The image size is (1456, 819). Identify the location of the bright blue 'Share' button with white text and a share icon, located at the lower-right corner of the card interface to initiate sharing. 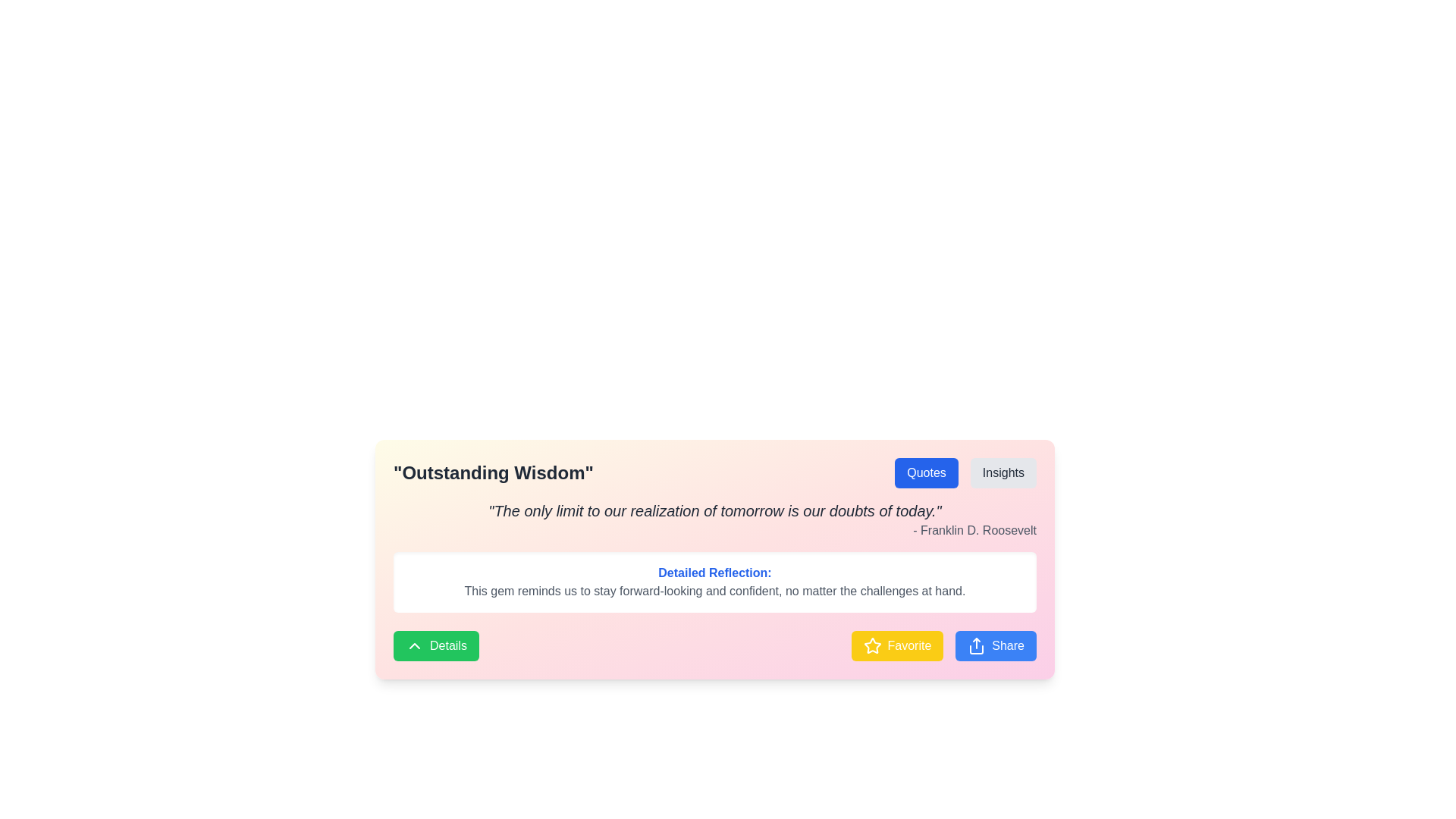
(996, 646).